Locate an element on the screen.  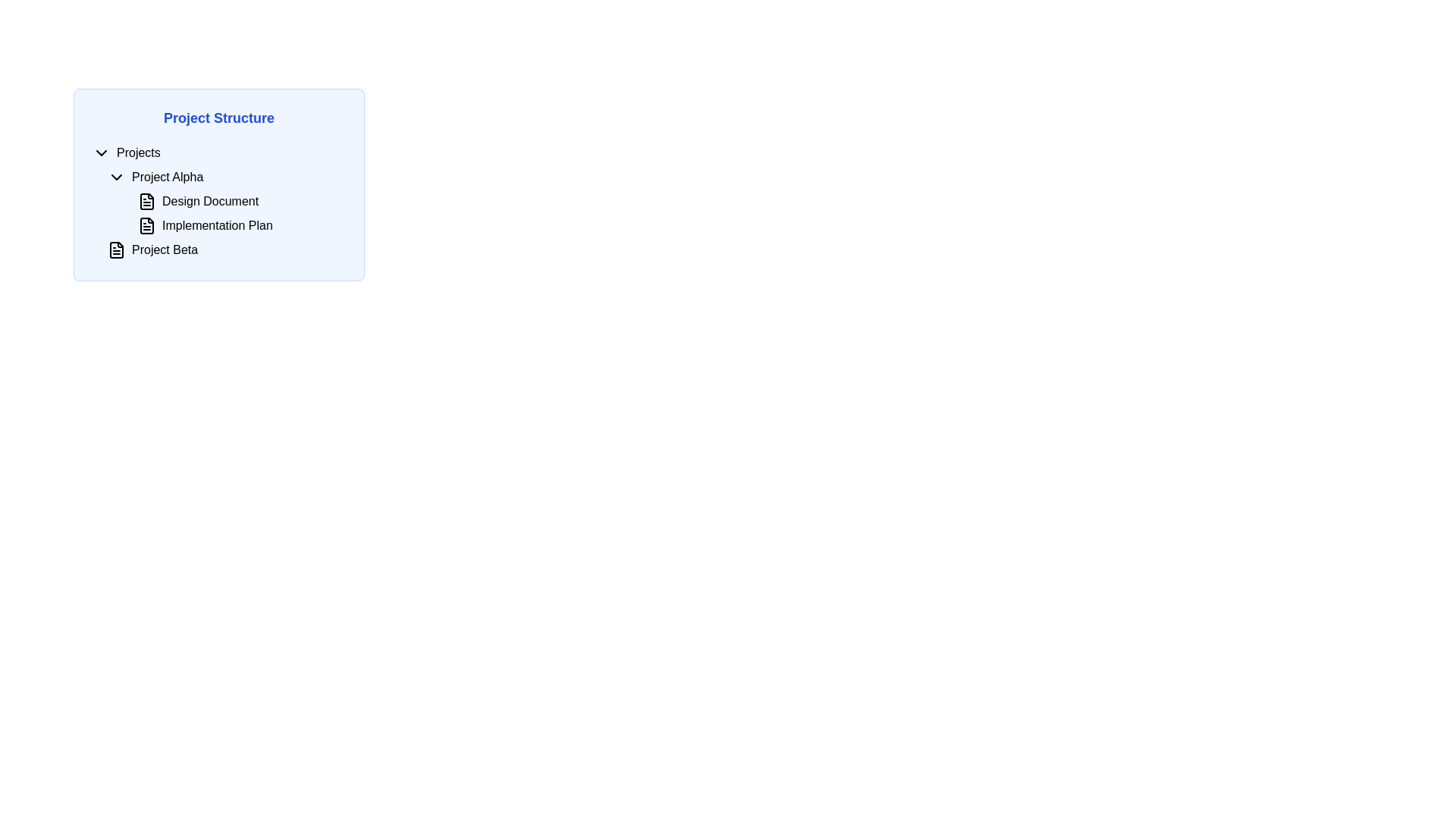
the 'Projects' text label element, which is styled in a bold font and located within a collapsible menu section, positioned to the right of a downward-pointing chevron icon is located at coordinates (138, 152).